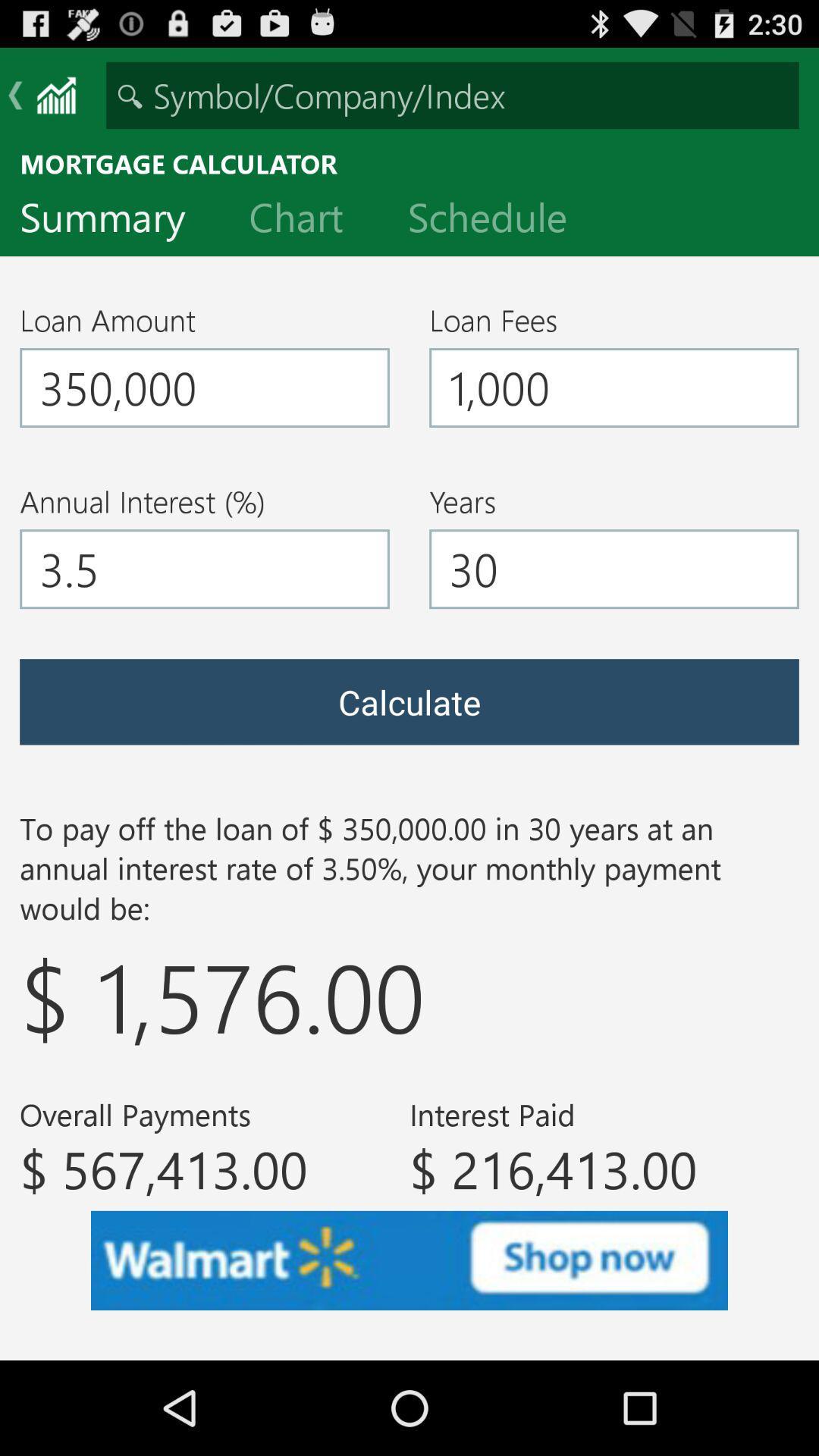  What do you see at coordinates (409, 701) in the screenshot?
I see `the calculate` at bounding box center [409, 701].